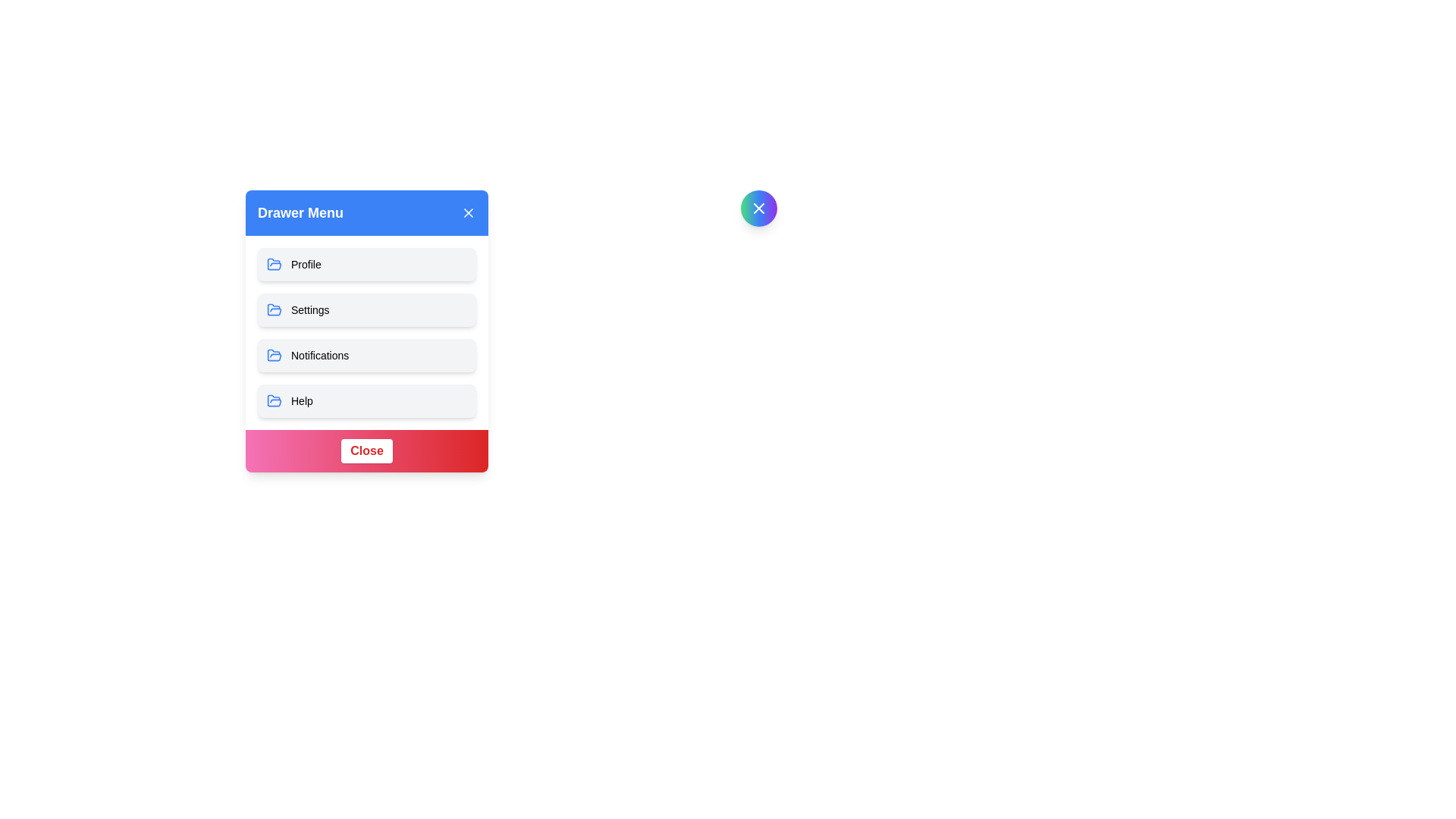 The image size is (1456, 819). What do you see at coordinates (305, 263) in the screenshot?
I see `'Profile' text label located to the right of the folder icon in the first list item of the menu` at bounding box center [305, 263].